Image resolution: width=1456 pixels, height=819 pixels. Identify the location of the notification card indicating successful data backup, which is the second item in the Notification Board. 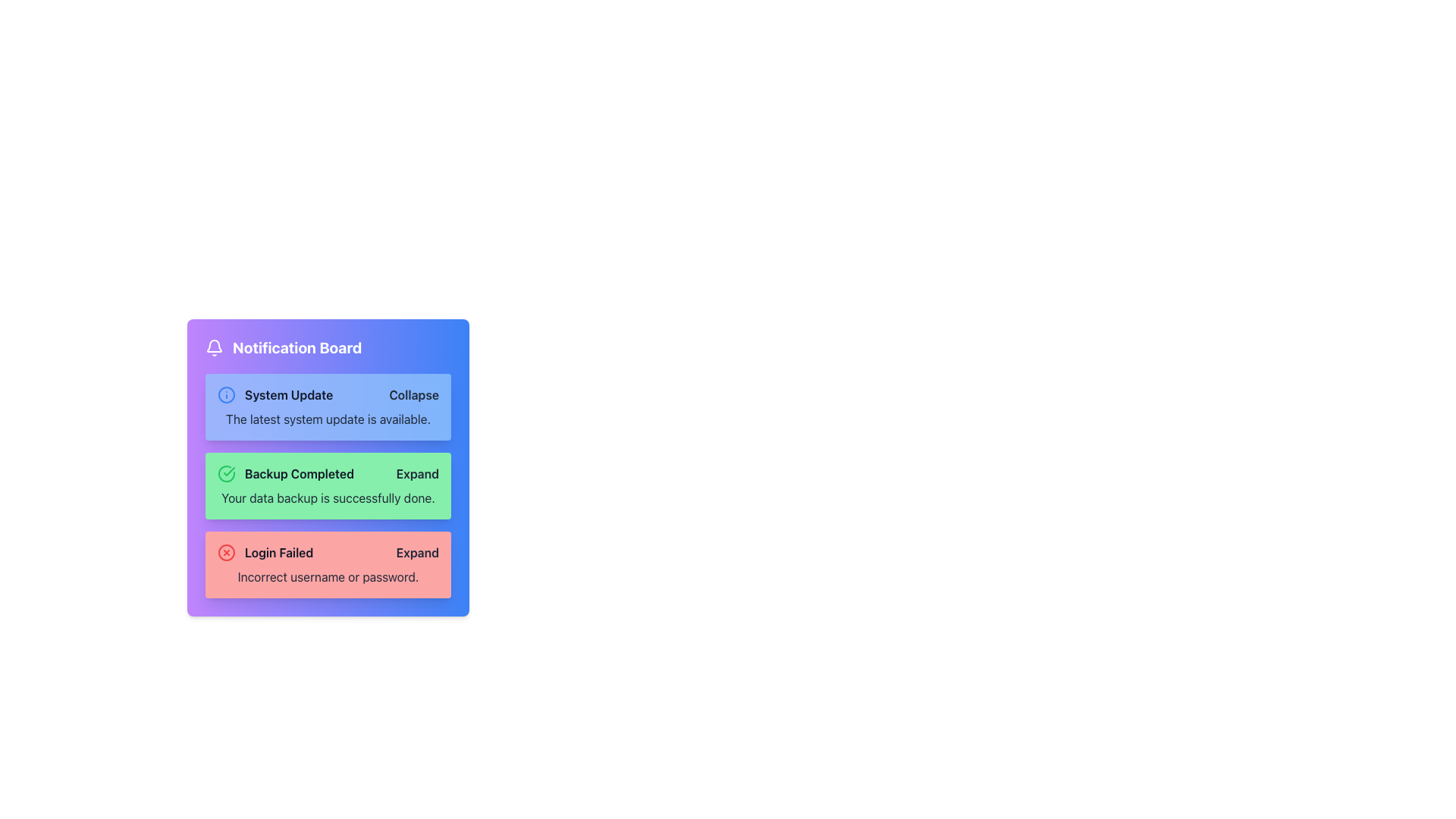
(327, 485).